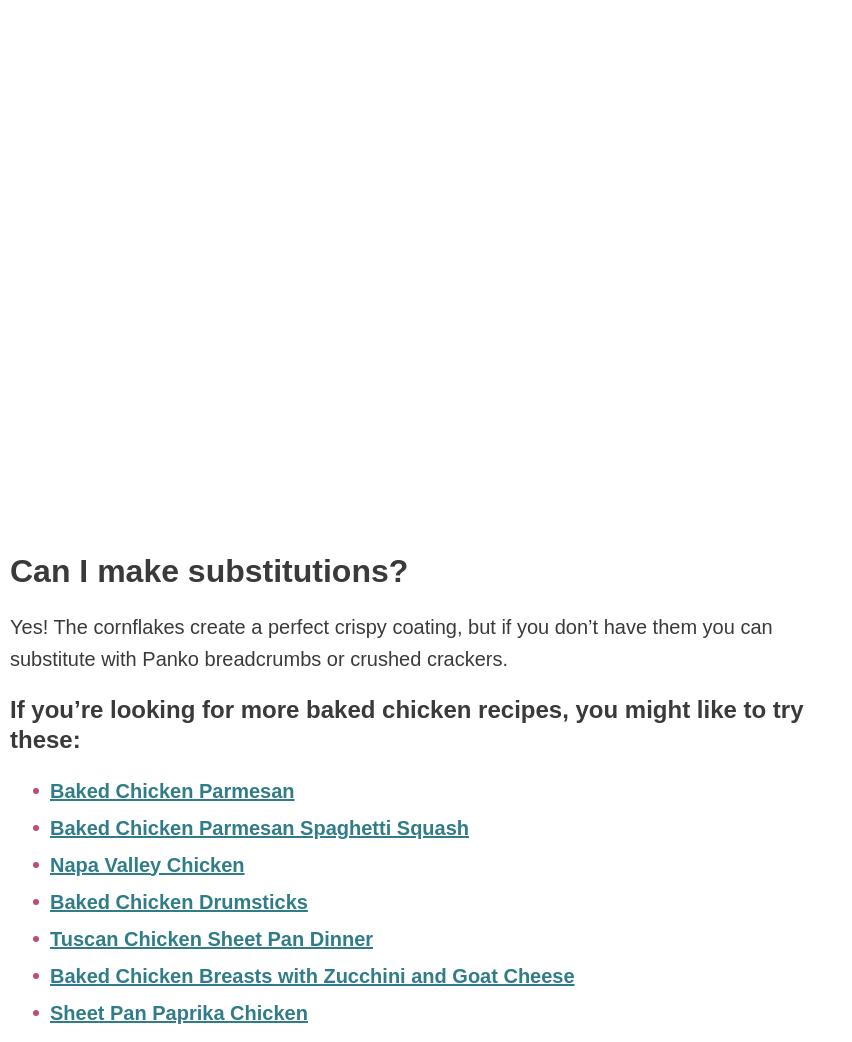  What do you see at coordinates (145, 864) in the screenshot?
I see `'Napa Valley Chicken'` at bounding box center [145, 864].